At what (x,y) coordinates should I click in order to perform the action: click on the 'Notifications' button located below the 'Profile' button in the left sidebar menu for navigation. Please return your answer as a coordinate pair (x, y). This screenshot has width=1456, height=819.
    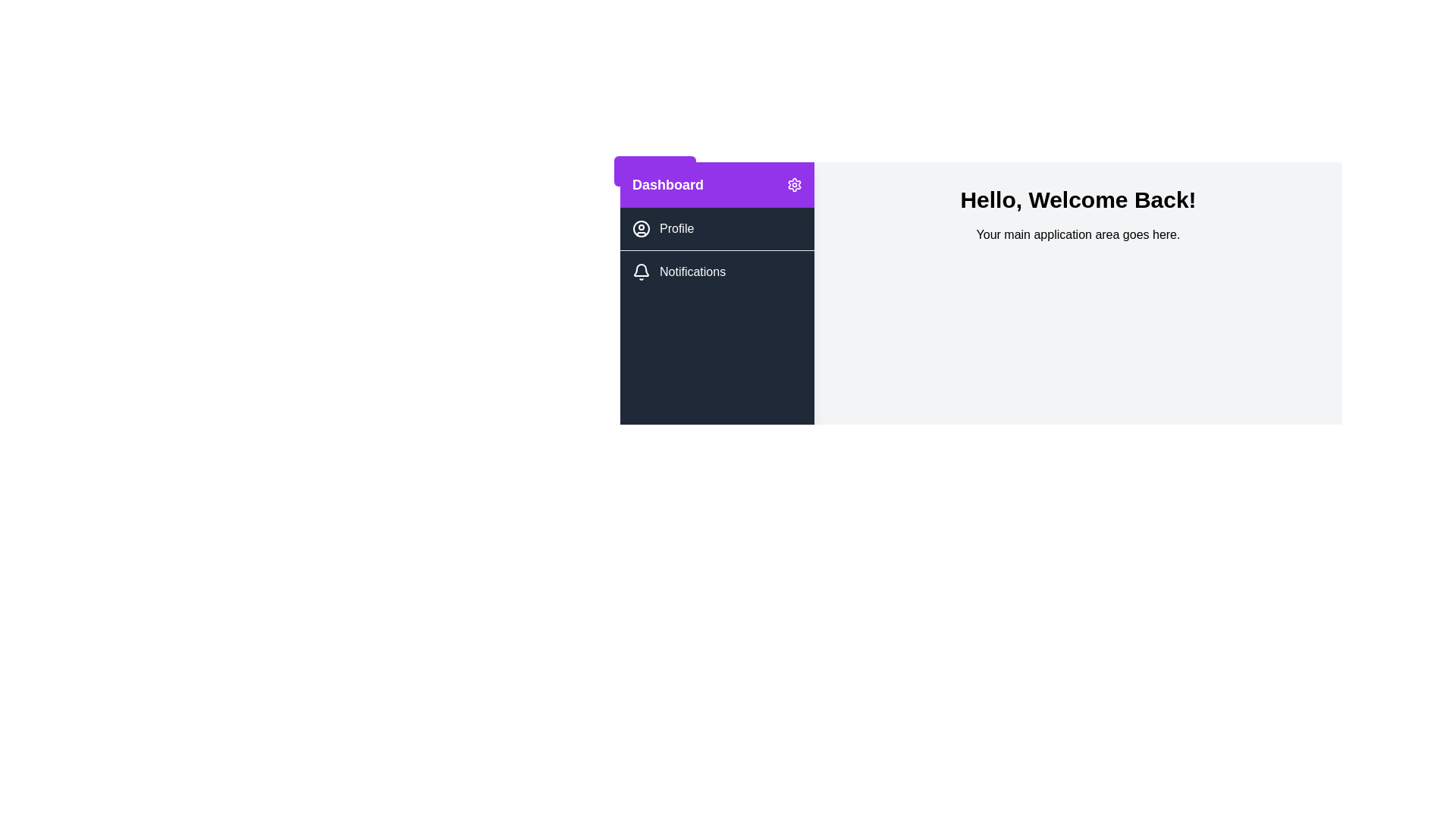
    Looking at the image, I should click on (716, 271).